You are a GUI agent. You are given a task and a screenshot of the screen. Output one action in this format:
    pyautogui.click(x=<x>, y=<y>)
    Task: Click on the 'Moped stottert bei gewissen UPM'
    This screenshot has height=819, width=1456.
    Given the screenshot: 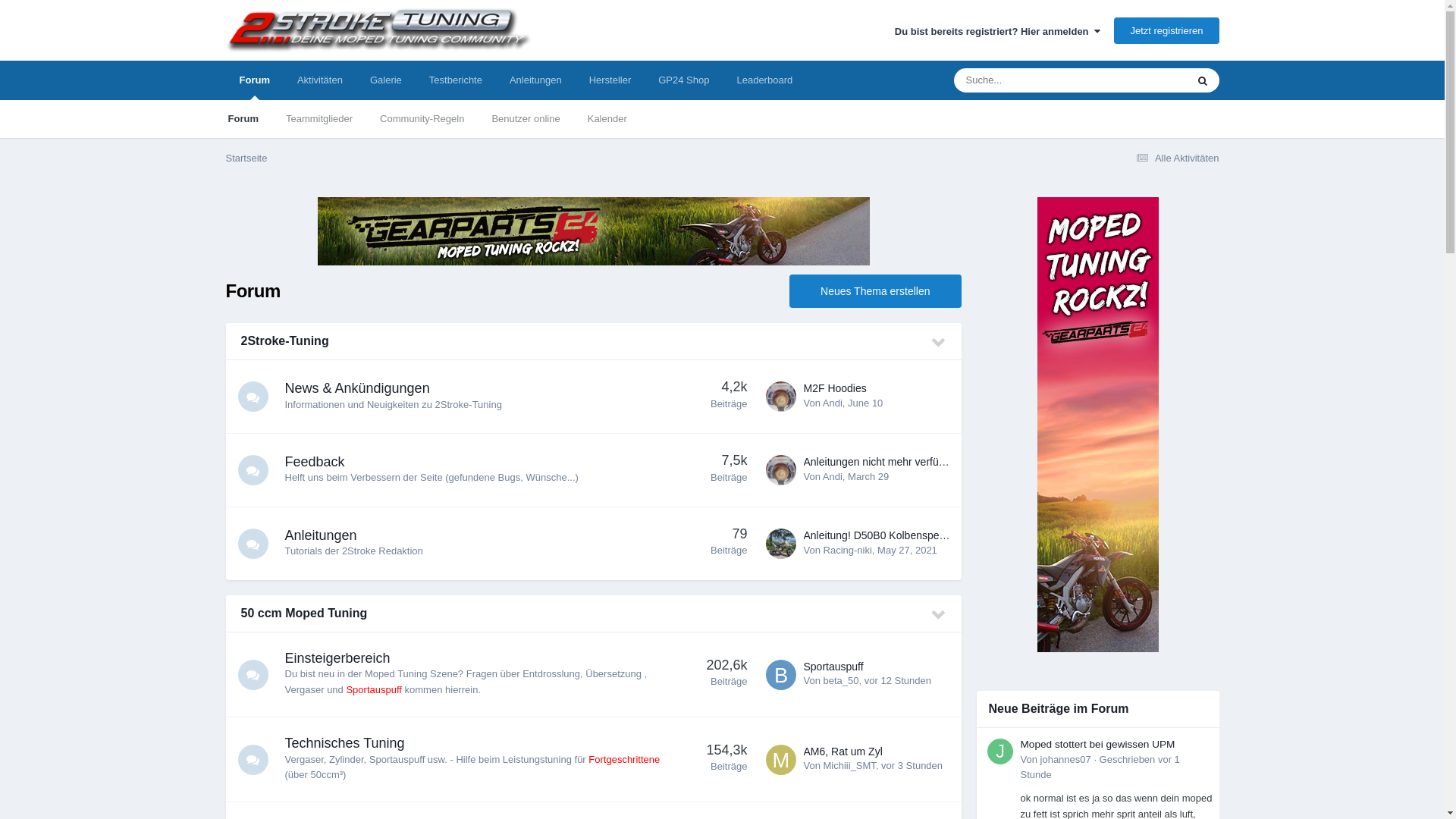 What is the action you would take?
    pyautogui.click(x=1098, y=743)
    